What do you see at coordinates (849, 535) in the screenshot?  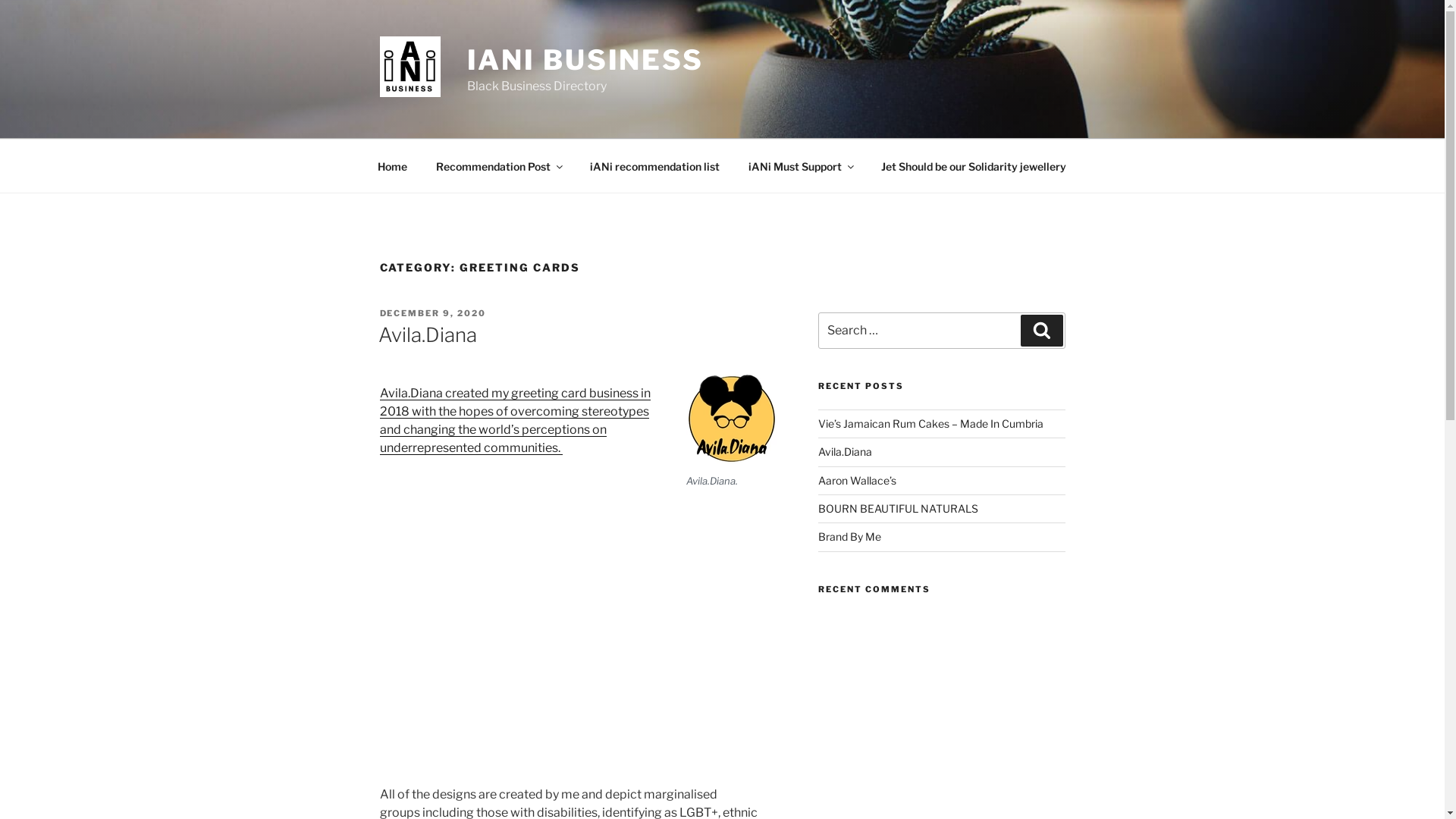 I see `'Brand By Me'` at bounding box center [849, 535].